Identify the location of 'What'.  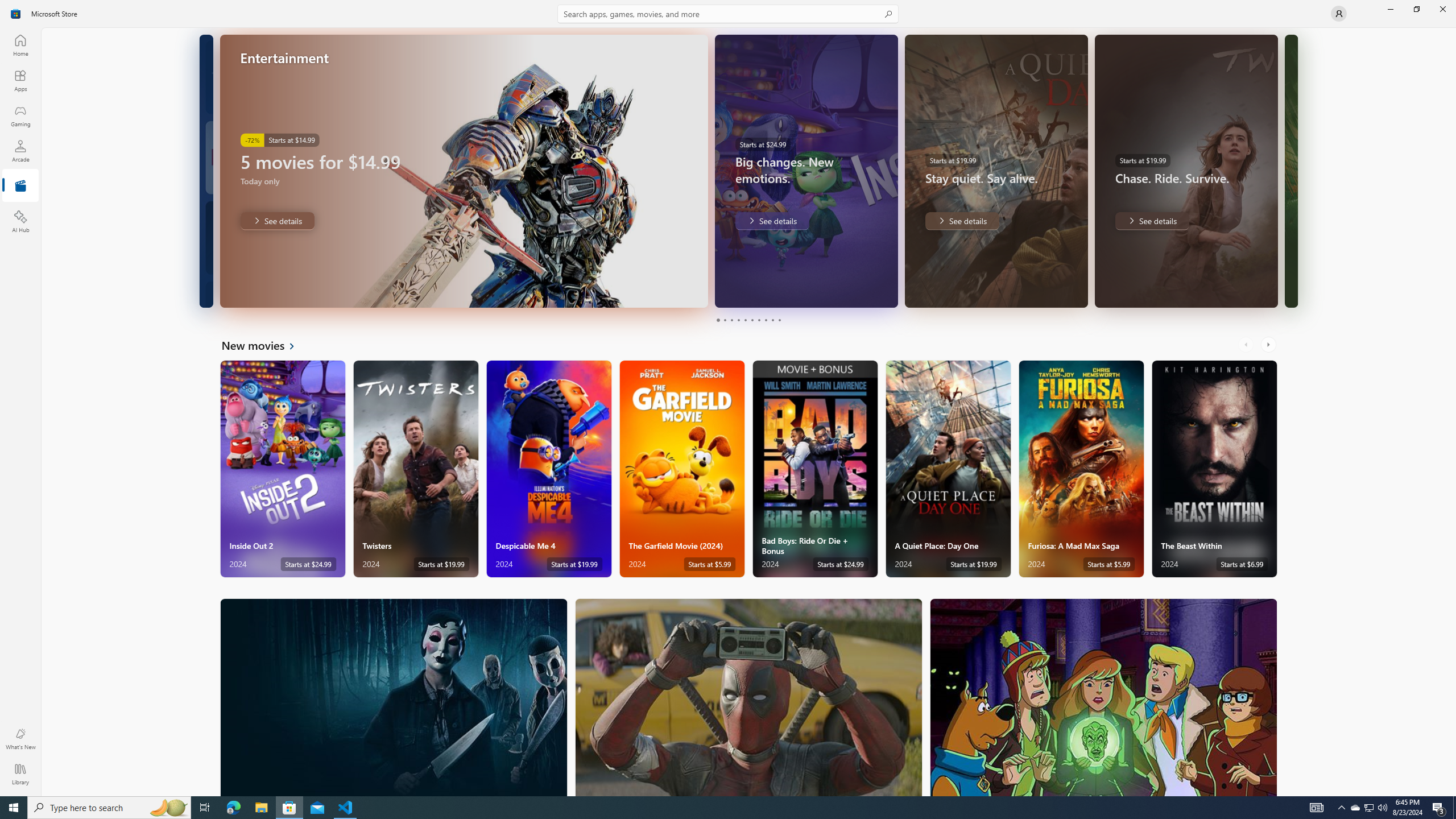
(19, 738).